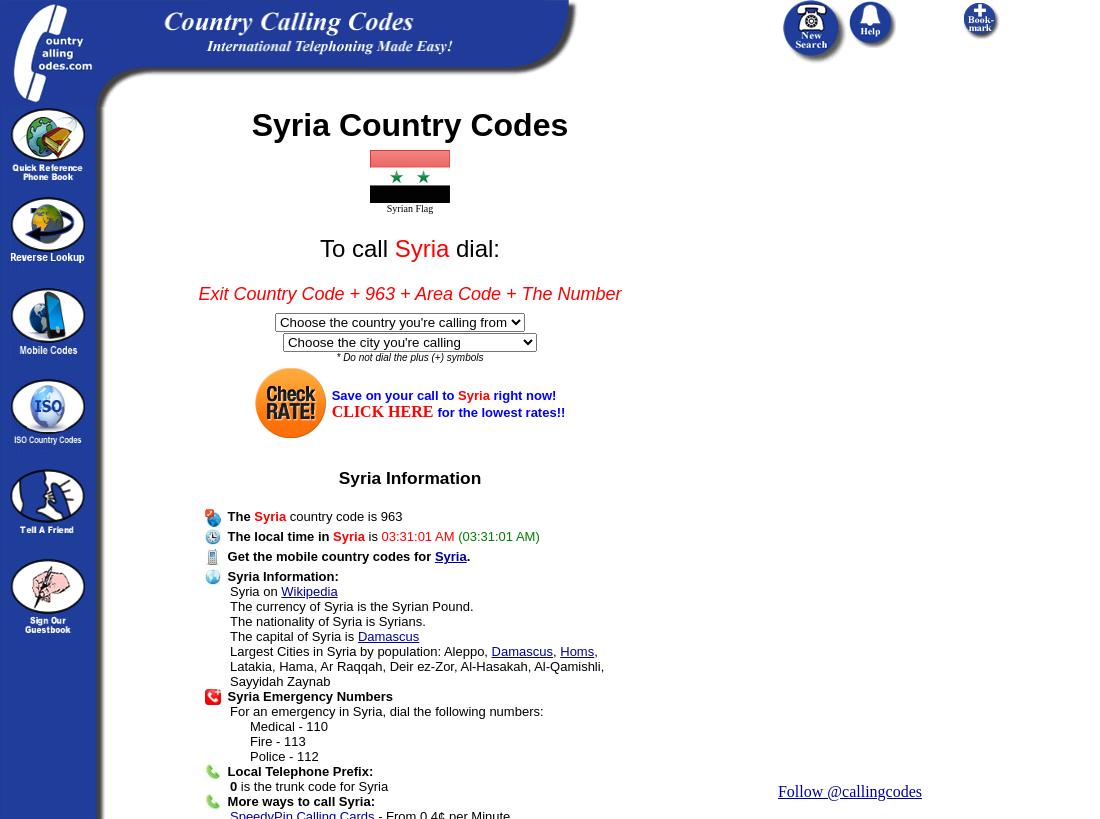 This screenshot has height=819, width=1100. What do you see at coordinates (381, 536) in the screenshot?
I see `'03:31:01 AM'` at bounding box center [381, 536].